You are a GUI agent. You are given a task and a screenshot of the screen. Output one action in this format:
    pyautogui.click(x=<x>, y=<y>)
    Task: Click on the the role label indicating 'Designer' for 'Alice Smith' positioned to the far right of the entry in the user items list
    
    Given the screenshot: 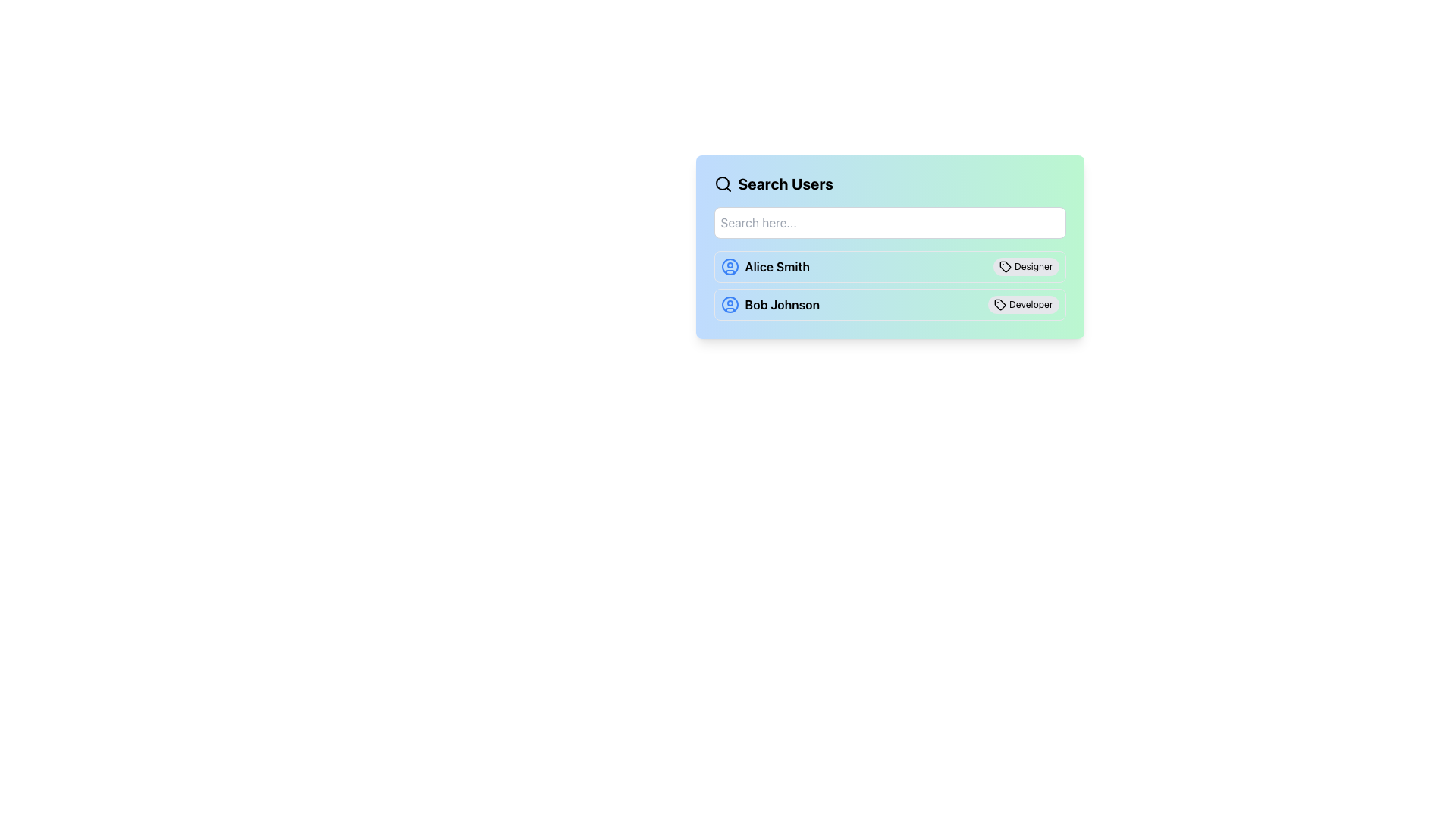 What is the action you would take?
    pyautogui.click(x=1026, y=265)
    